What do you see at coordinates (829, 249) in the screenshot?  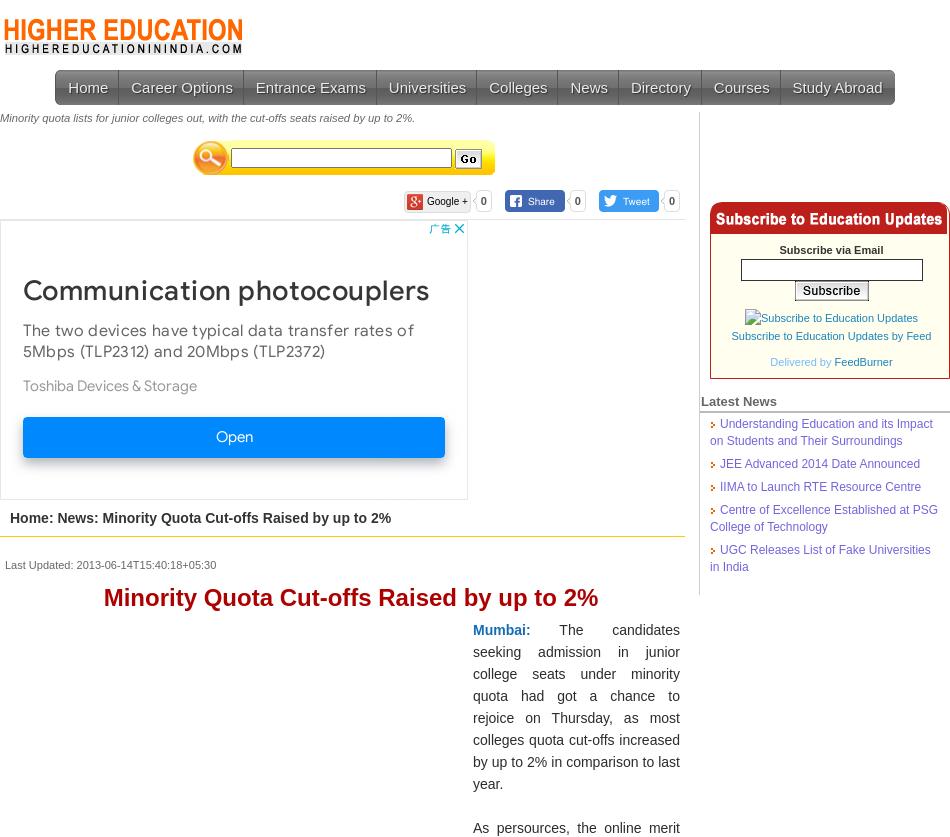 I see `'Subscribe via Email'` at bounding box center [829, 249].